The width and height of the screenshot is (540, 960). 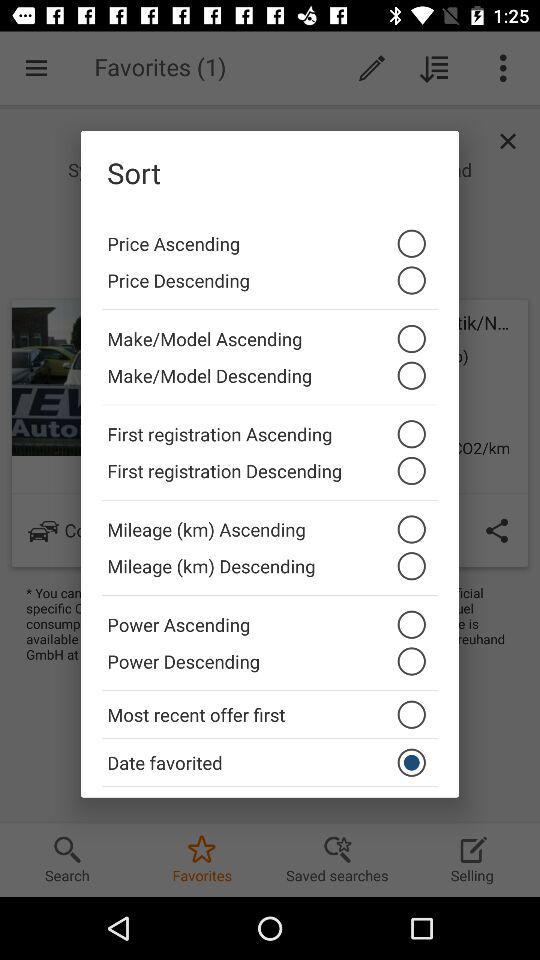 I want to click on price ascending icon, so click(x=270, y=238).